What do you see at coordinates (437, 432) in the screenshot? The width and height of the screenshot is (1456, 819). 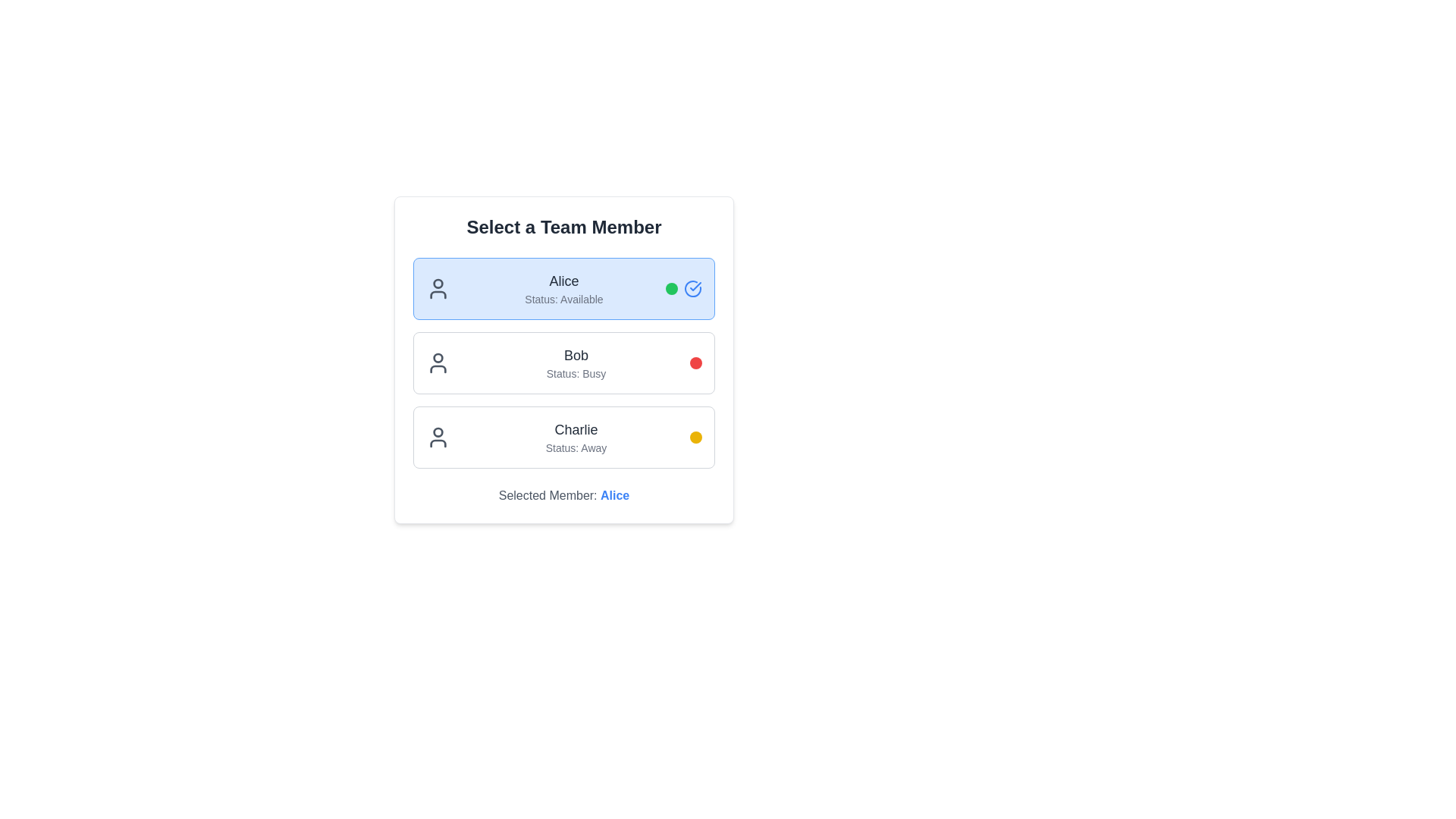 I see `the SVG Circle element that is part of the user icon for 'Charlie', located to the left of the label 'Charlie' and above the status indication graphics` at bounding box center [437, 432].